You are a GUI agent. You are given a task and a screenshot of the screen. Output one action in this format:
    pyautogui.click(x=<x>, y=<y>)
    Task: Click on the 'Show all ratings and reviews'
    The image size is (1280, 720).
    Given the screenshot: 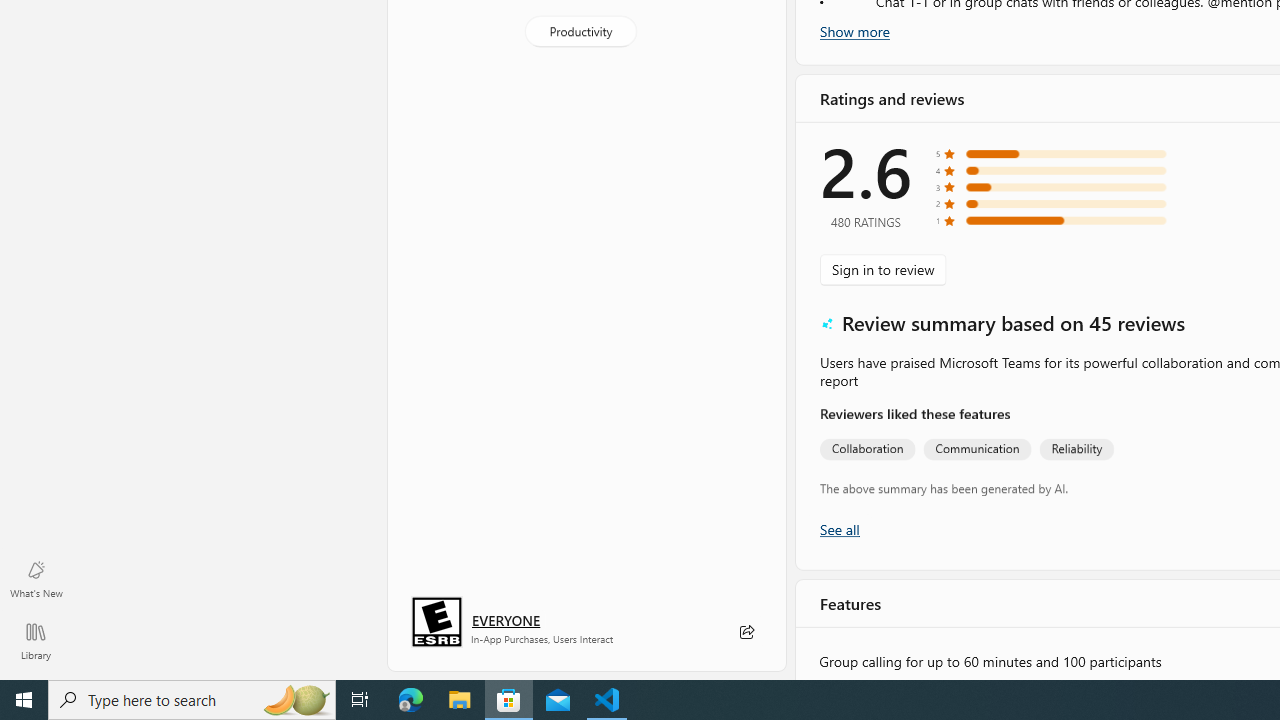 What is the action you would take?
    pyautogui.click(x=839, y=528)
    